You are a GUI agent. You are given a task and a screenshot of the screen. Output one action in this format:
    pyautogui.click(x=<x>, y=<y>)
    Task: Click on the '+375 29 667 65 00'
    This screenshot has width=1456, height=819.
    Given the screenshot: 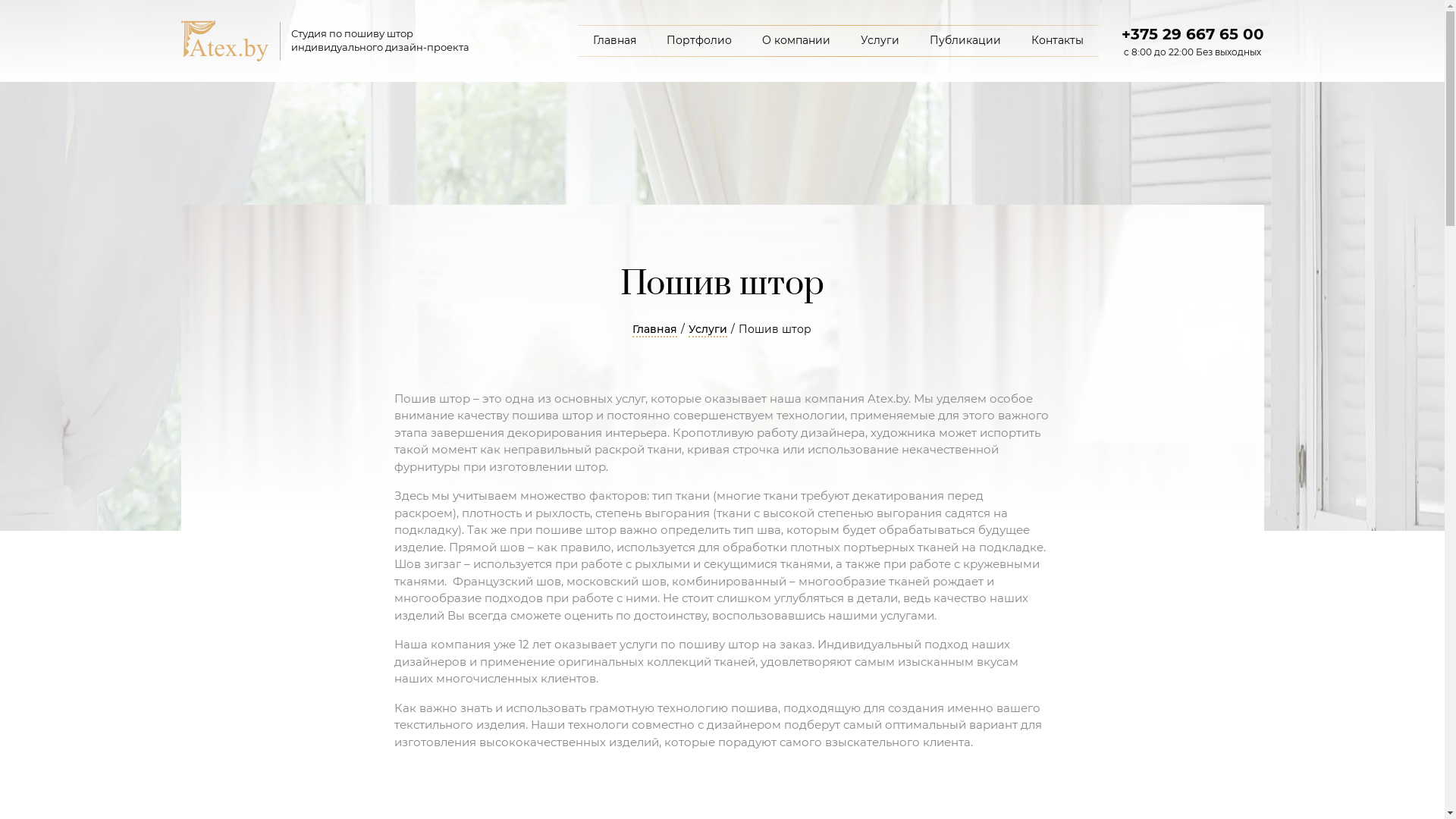 What is the action you would take?
    pyautogui.click(x=1191, y=34)
    